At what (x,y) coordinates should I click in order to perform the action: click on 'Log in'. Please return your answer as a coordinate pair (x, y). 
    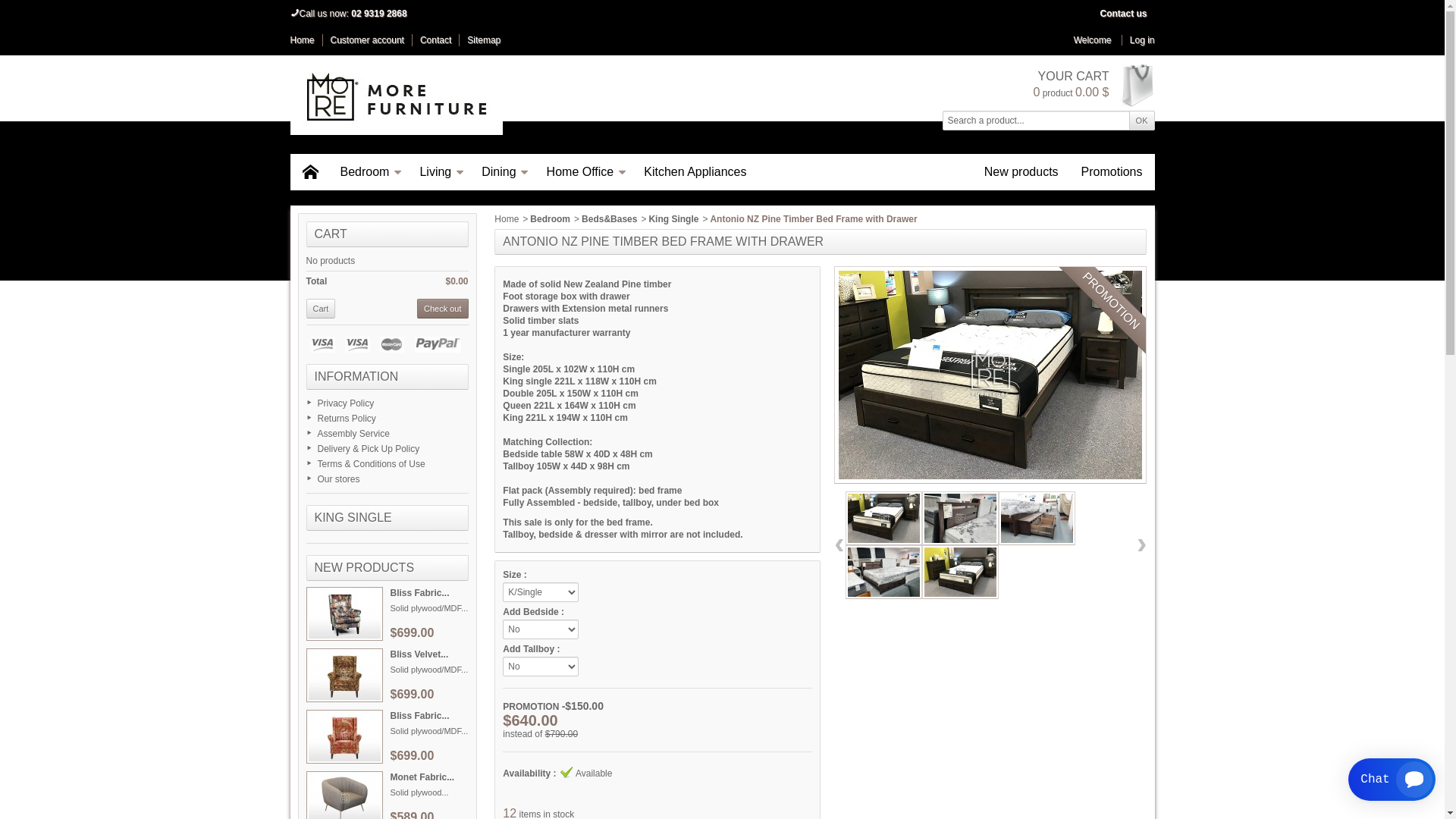
    Looking at the image, I should click on (1138, 39).